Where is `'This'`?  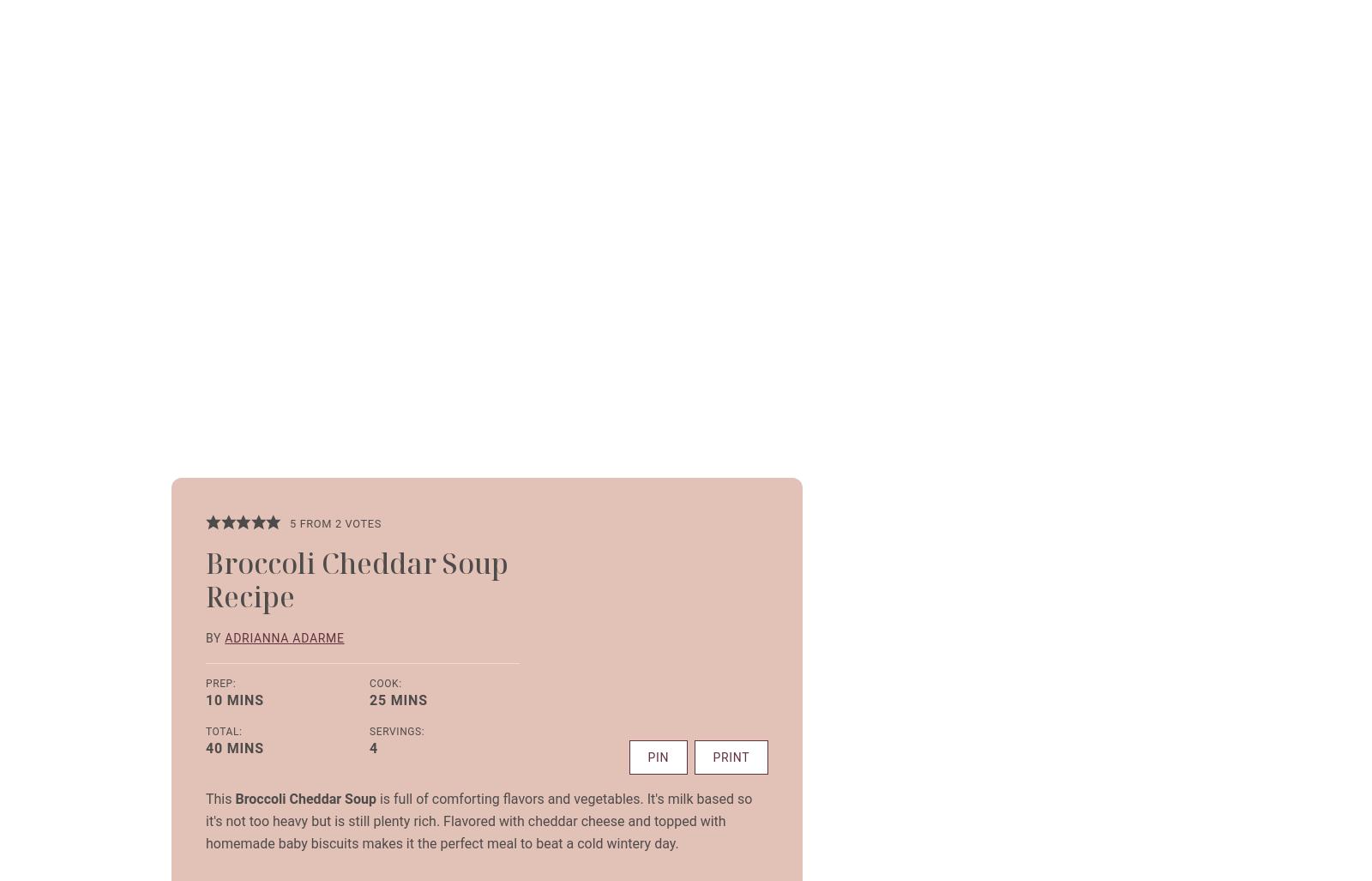 'This' is located at coordinates (206, 799).